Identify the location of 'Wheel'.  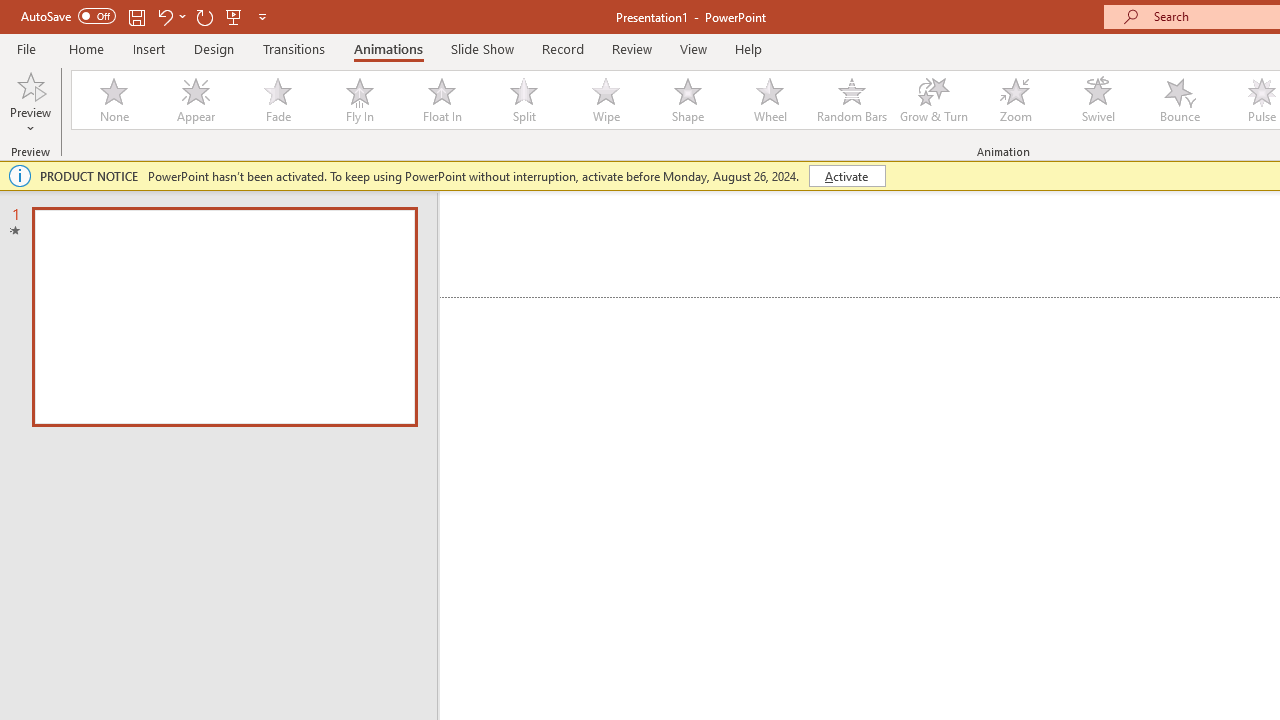
(769, 100).